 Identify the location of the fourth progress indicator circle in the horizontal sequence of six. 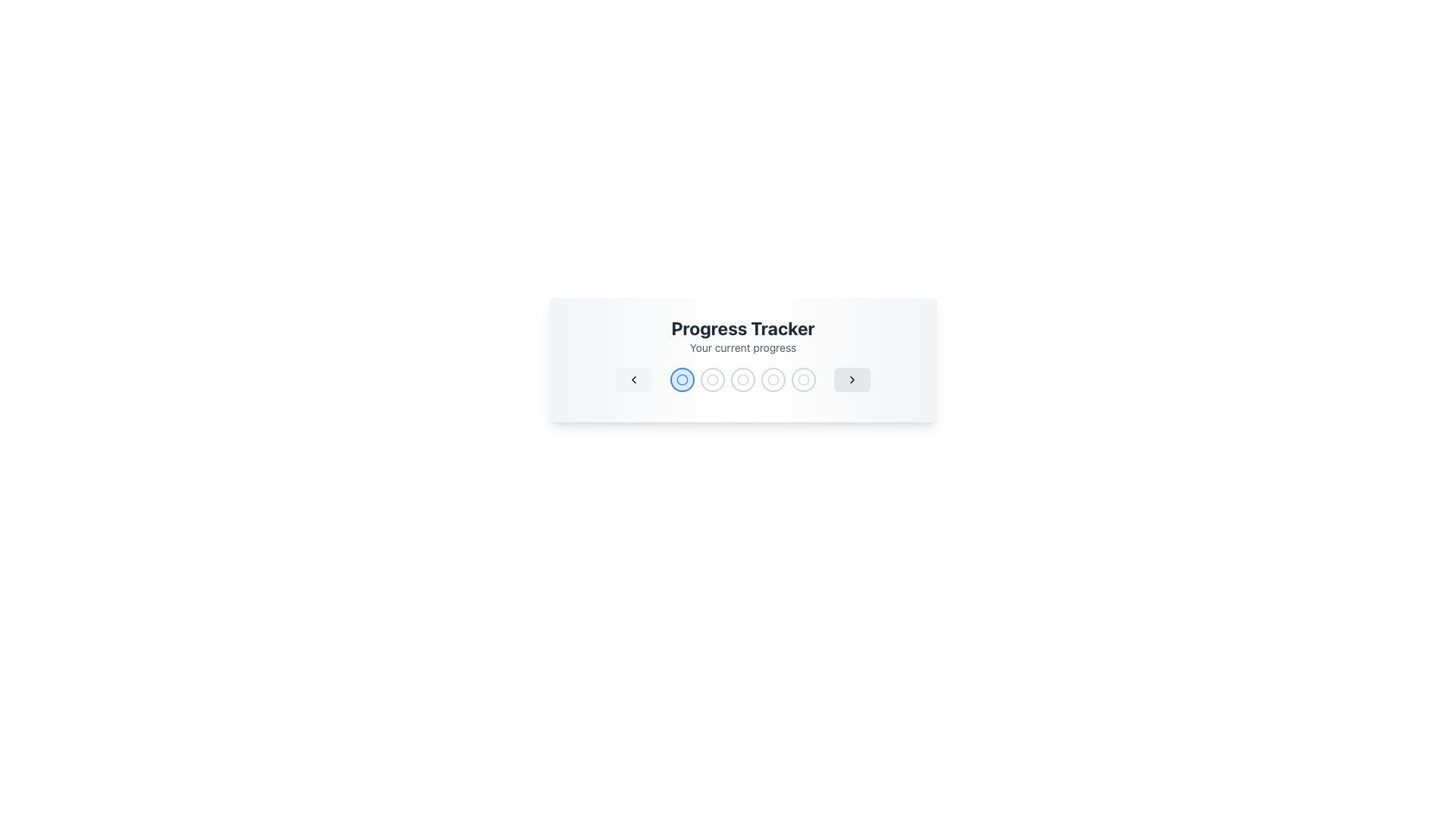
(773, 379).